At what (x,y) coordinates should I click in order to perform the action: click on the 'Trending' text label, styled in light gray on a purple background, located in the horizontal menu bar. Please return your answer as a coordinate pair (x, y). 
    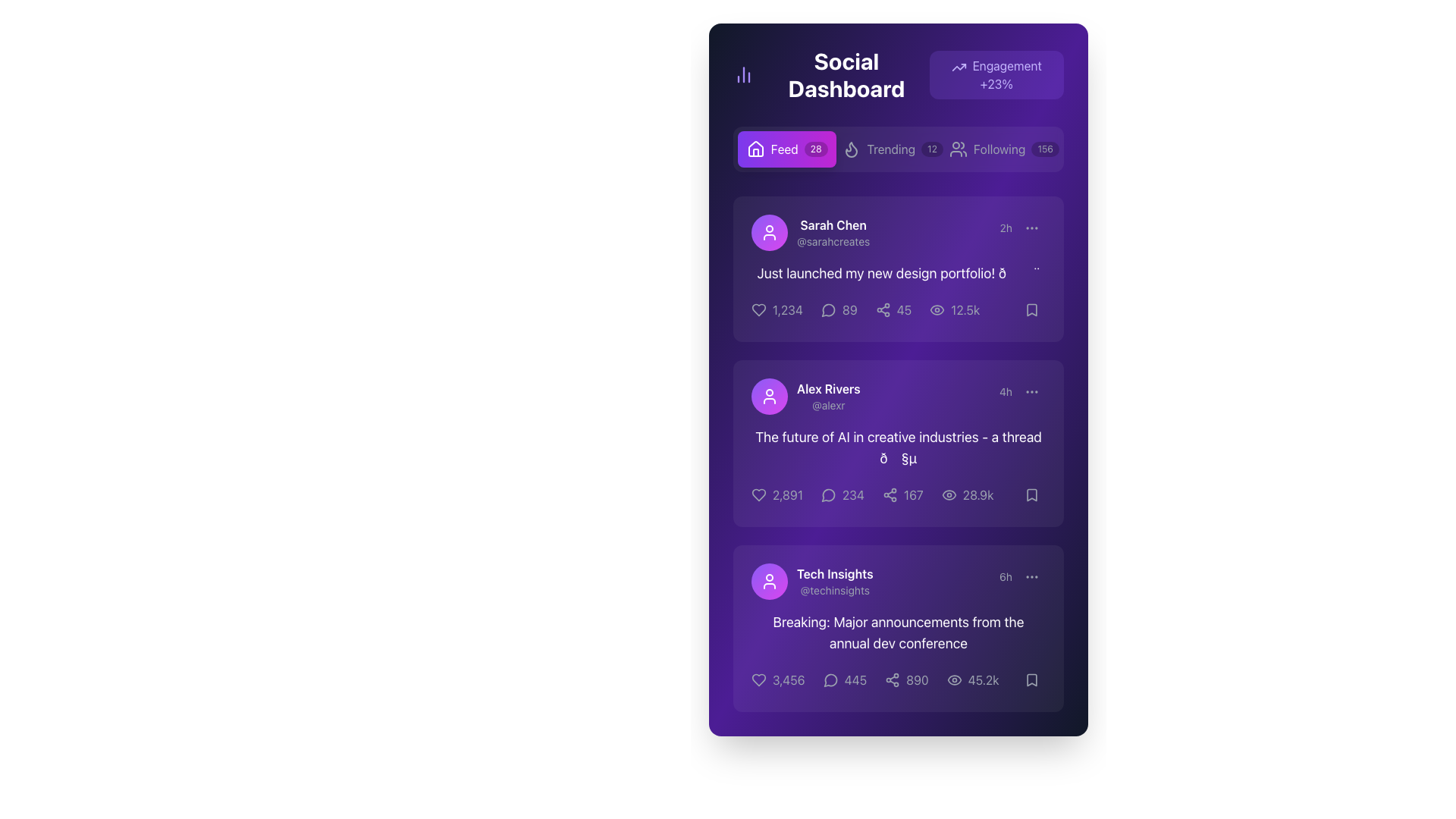
    Looking at the image, I should click on (891, 149).